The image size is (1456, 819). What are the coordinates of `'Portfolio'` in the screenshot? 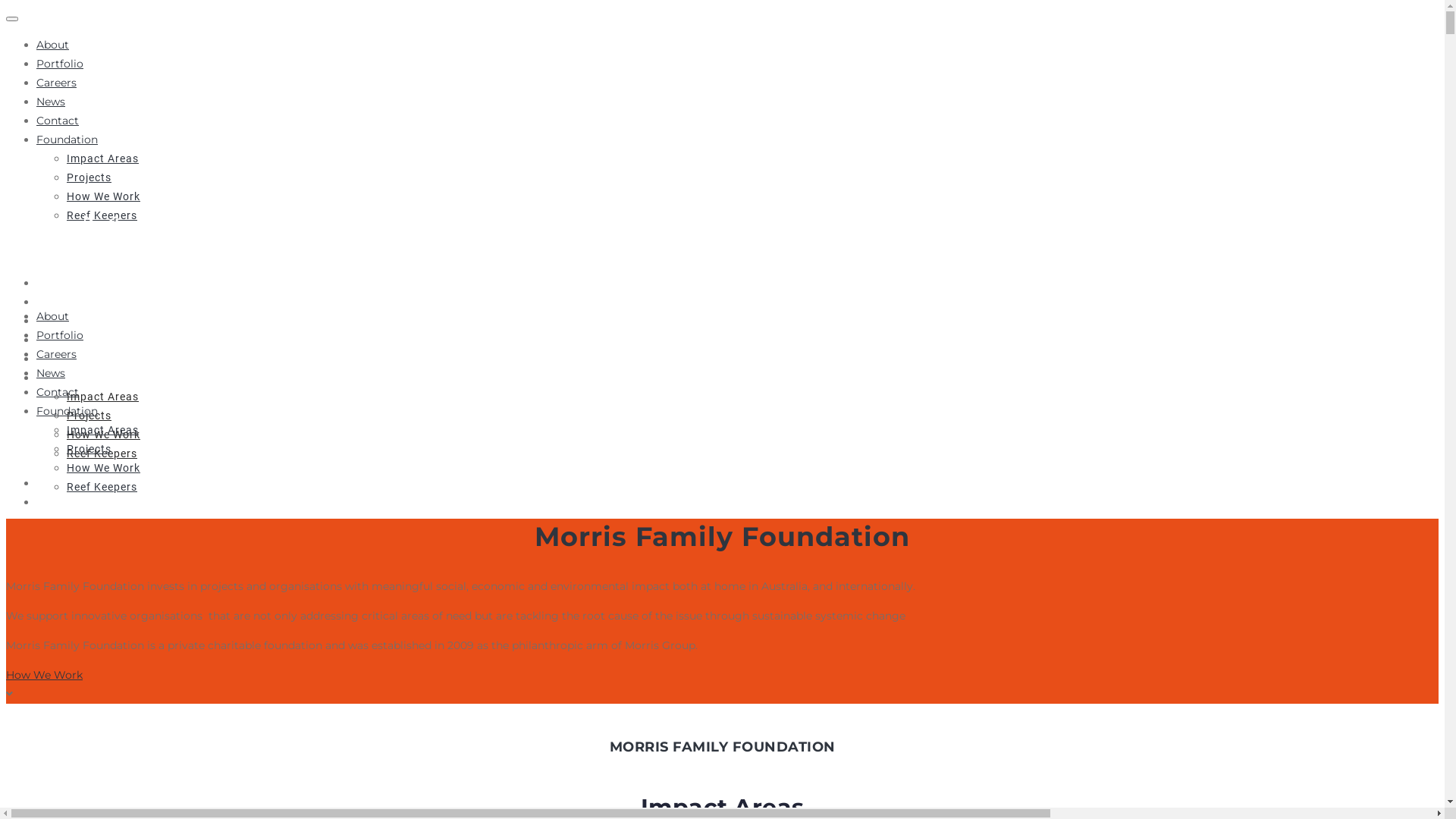 It's located at (62, 301).